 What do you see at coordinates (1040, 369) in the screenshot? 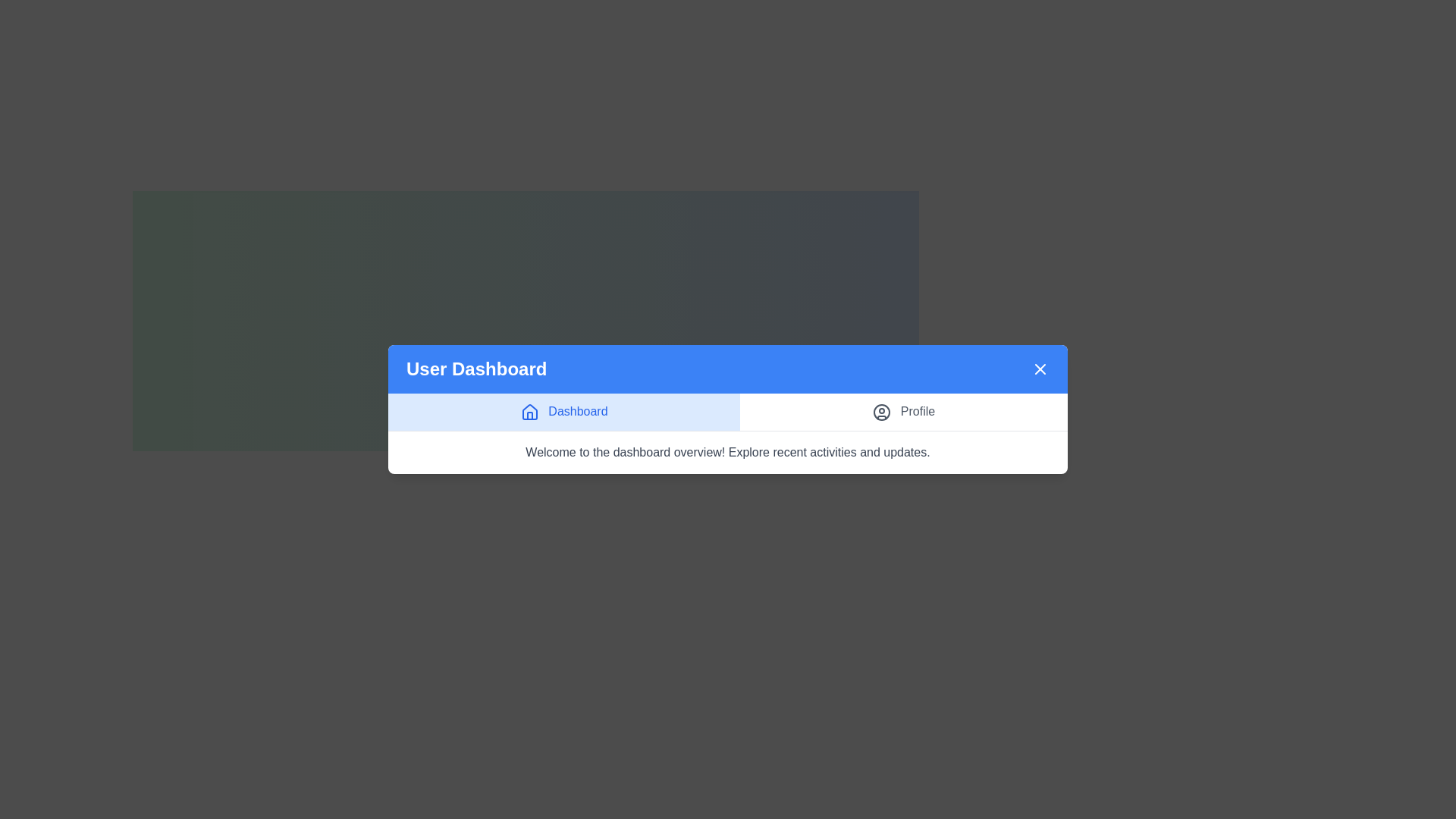
I see `the diagonal cross symbol ('X') located in the top-right corner of the blue navigation bar` at bounding box center [1040, 369].